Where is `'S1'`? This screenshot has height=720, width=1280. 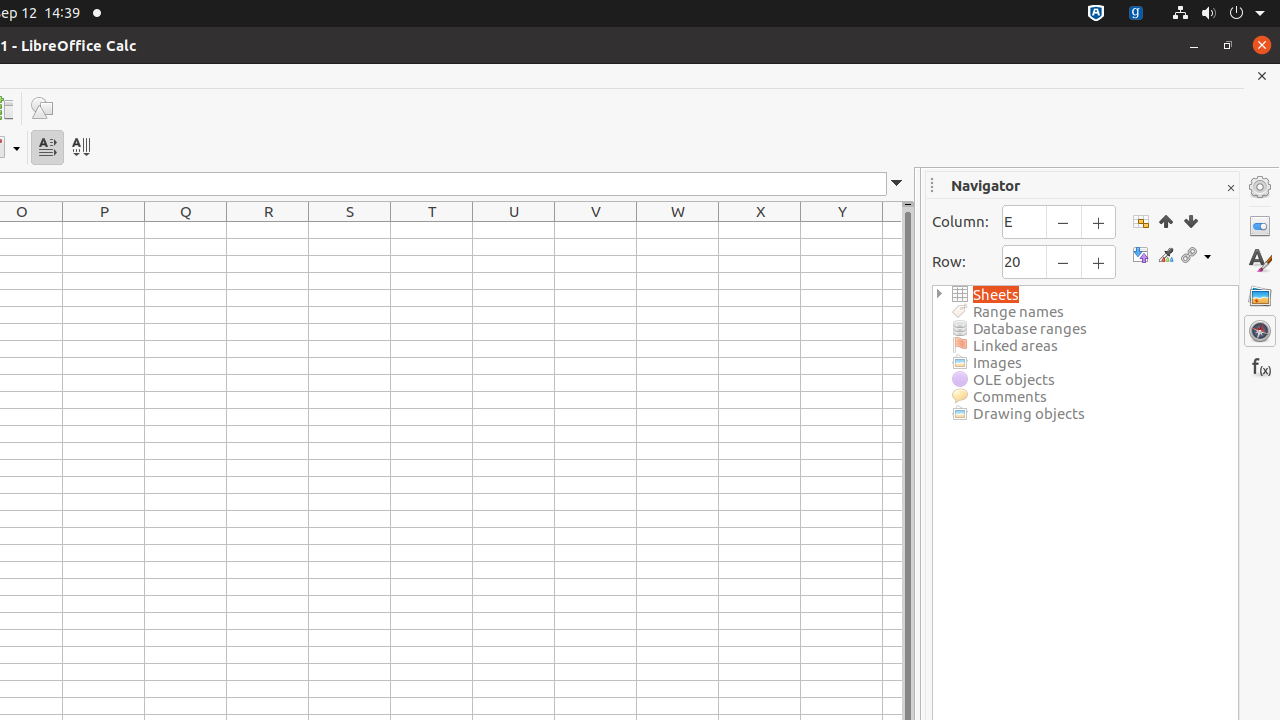
'S1' is located at coordinates (349, 229).